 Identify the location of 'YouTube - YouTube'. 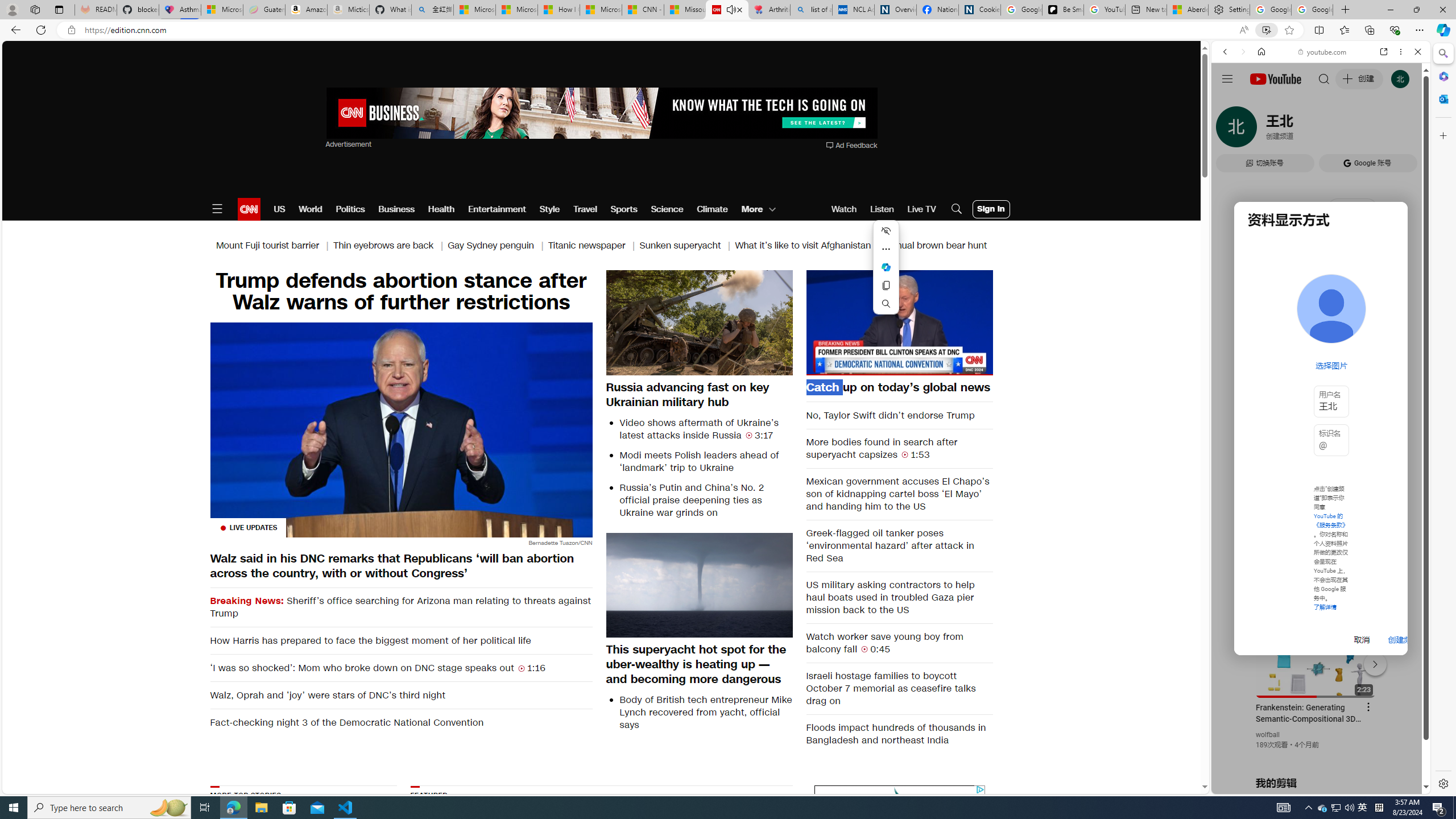
(1316, 560).